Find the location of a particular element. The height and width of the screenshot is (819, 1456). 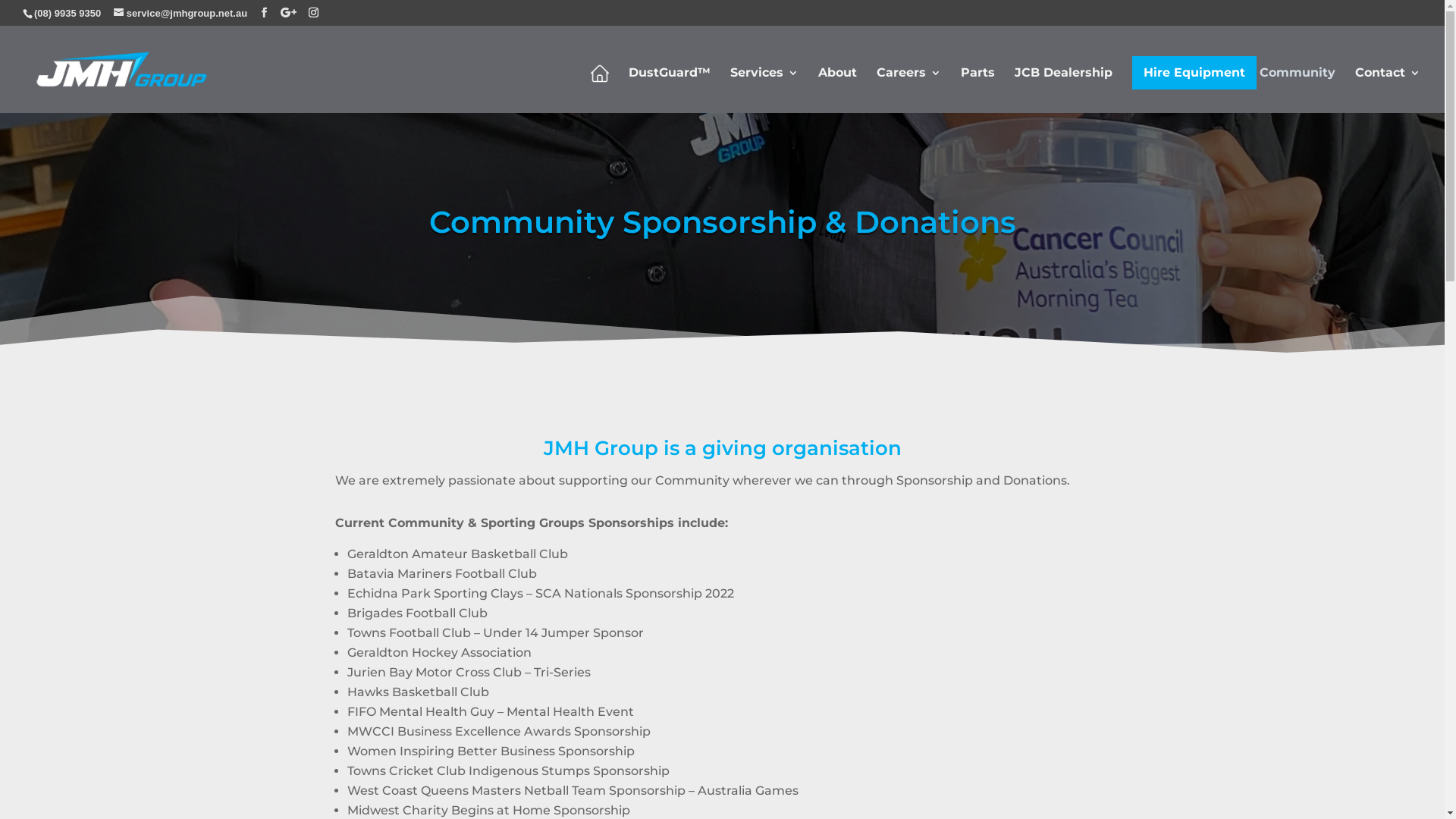

'Services' is located at coordinates (730, 87).